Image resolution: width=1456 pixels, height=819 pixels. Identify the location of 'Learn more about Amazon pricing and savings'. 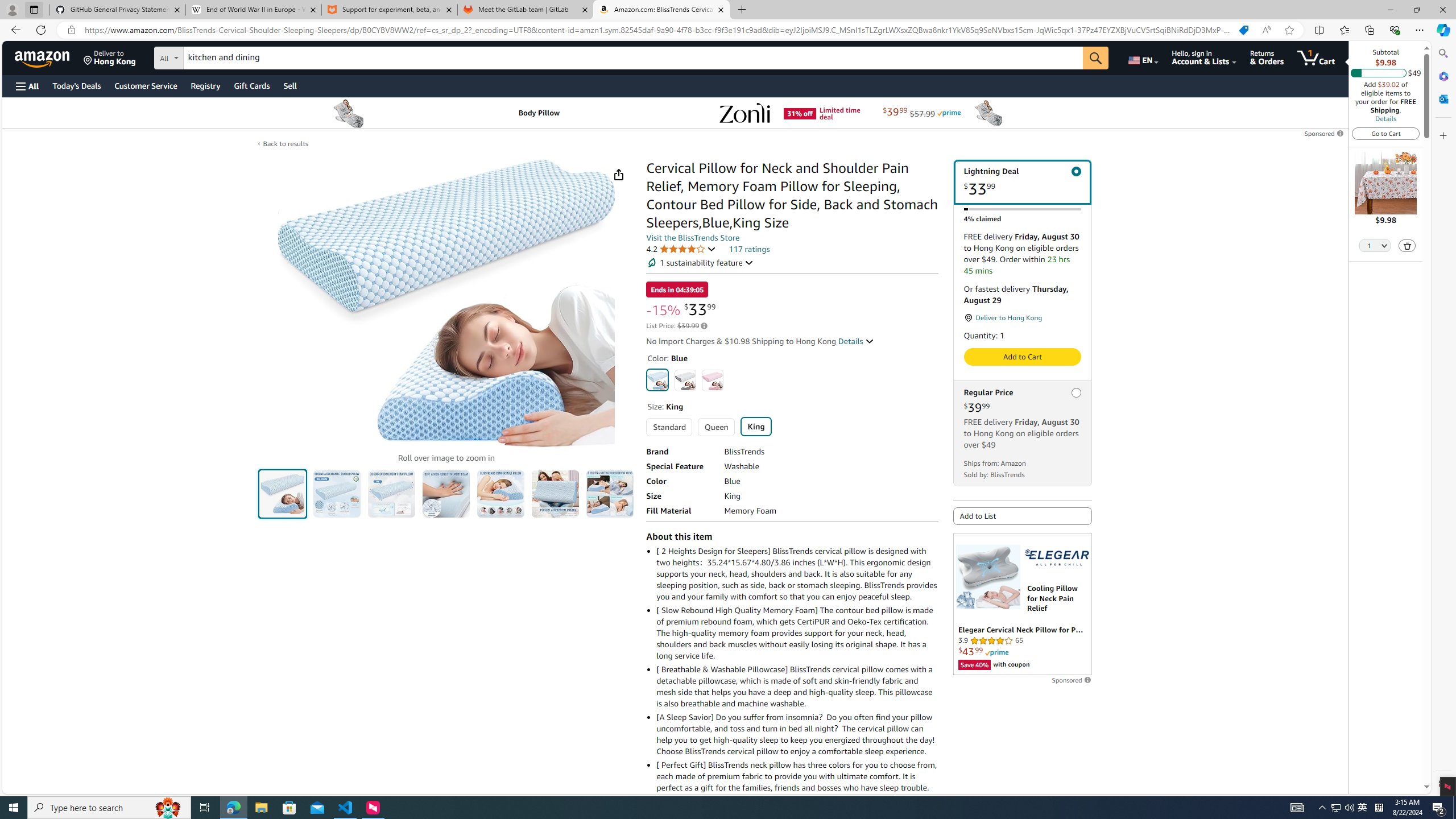
(703, 325).